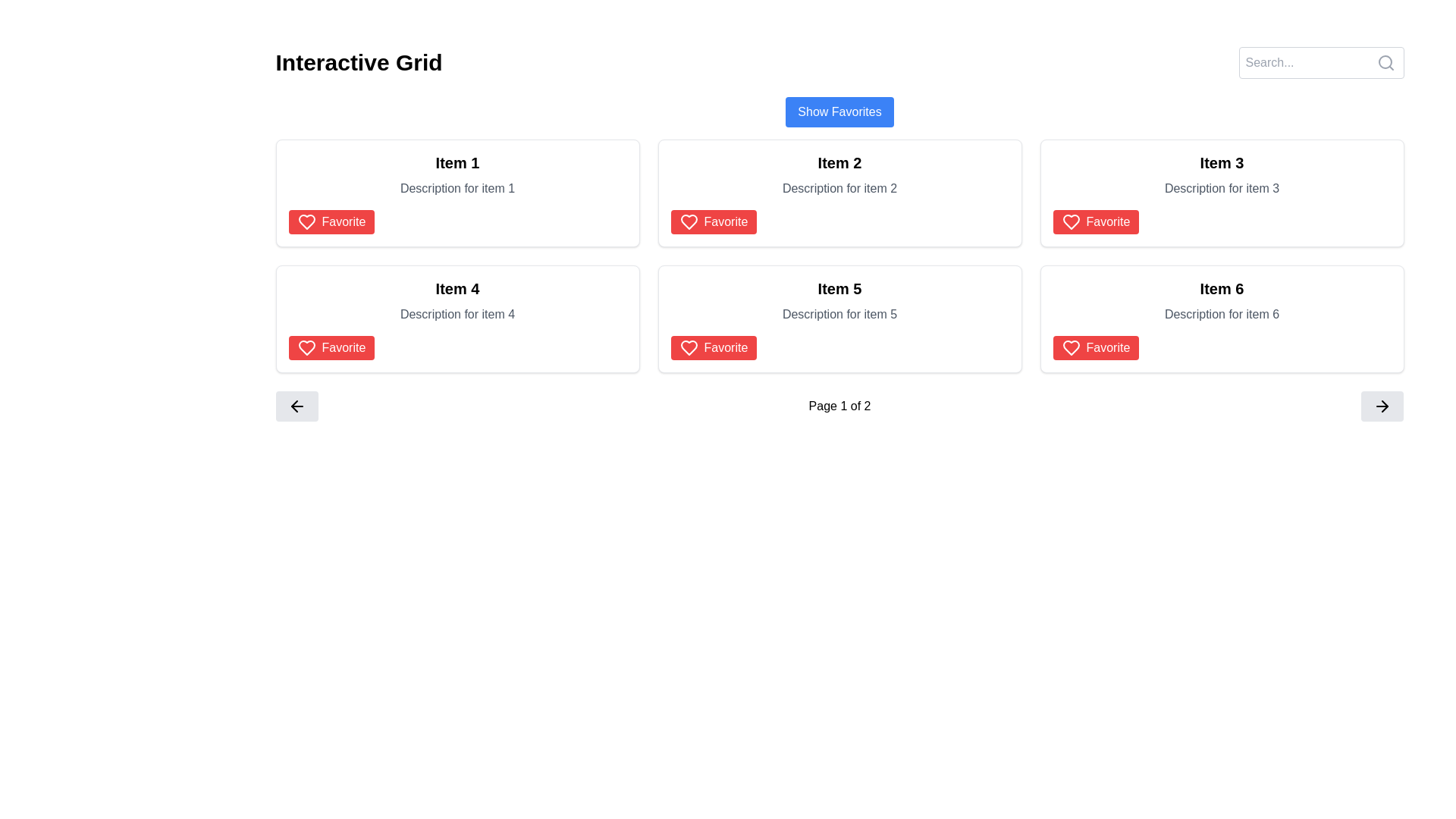 The image size is (1456, 819). What do you see at coordinates (688, 348) in the screenshot?
I see `the heart icon representing the 'Favorite' functionality located beneath the 'Item 5' card in the second row of the interactive grid layout` at bounding box center [688, 348].